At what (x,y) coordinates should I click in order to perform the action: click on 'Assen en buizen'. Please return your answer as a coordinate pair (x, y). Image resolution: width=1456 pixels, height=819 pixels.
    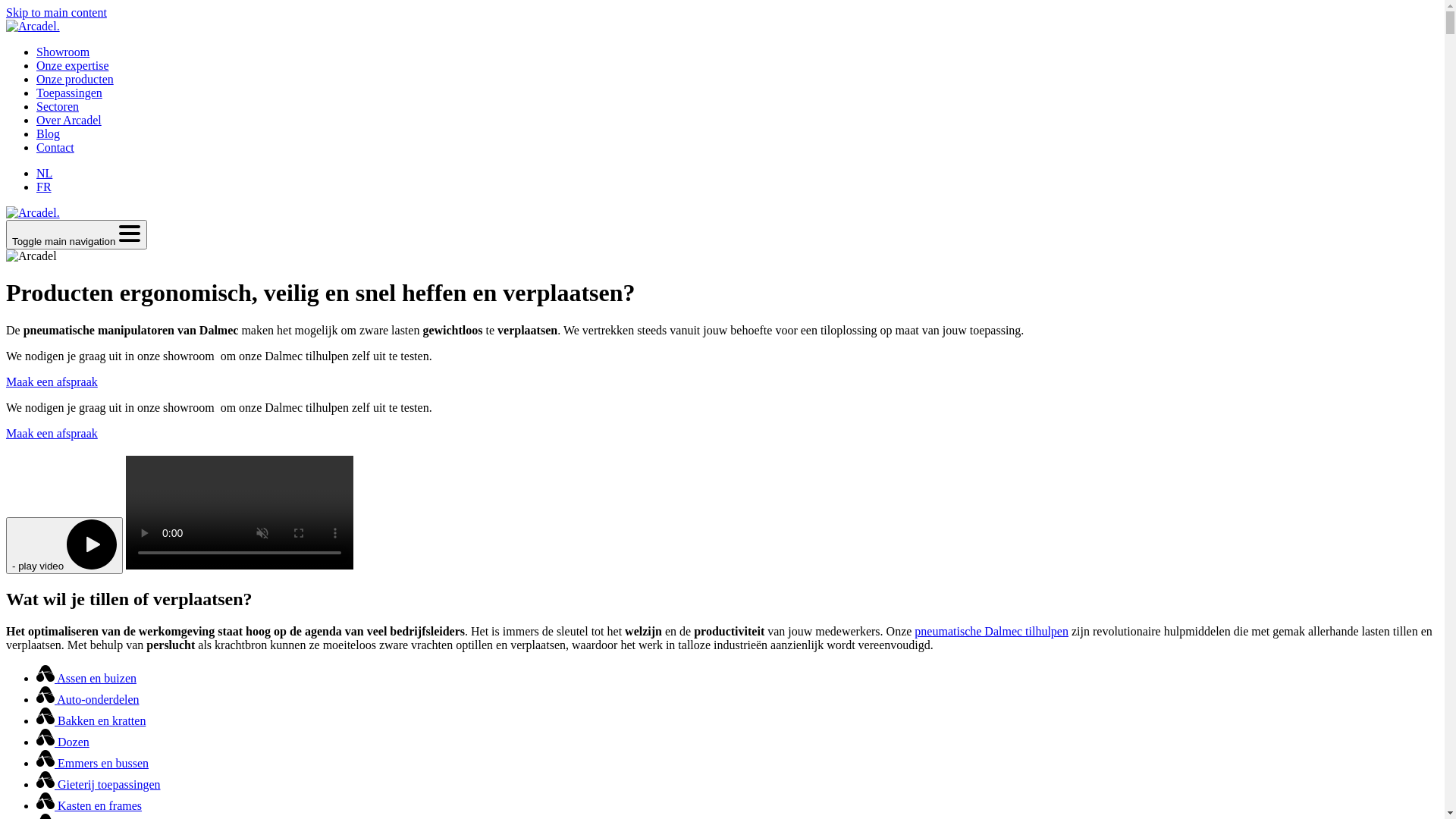
    Looking at the image, I should click on (86, 677).